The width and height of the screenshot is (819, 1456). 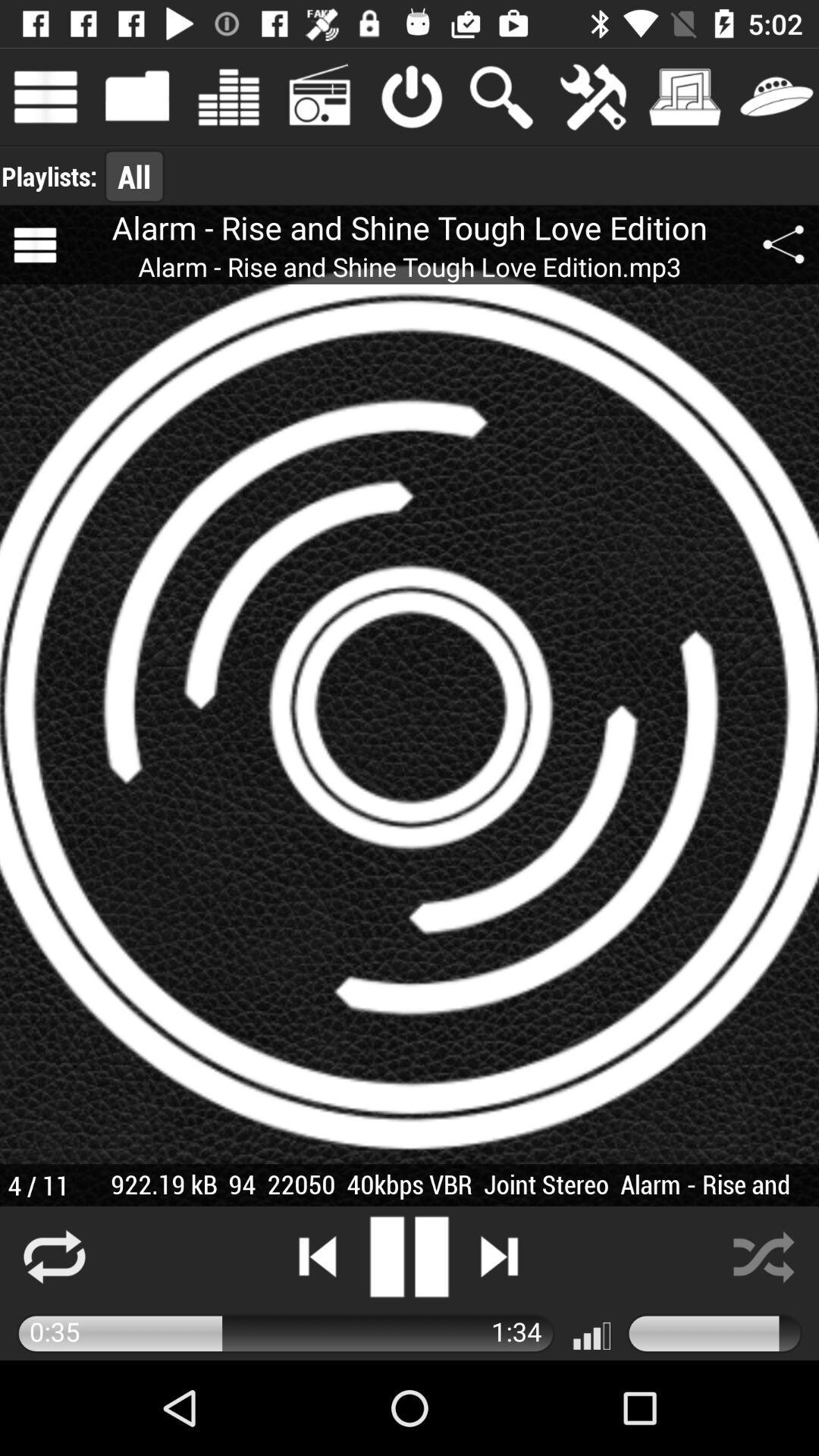 What do you see at coordinates (34, 245) in the screenshot?
I see `icon next to the alarm rise and item` at bounding box center [34, 245].